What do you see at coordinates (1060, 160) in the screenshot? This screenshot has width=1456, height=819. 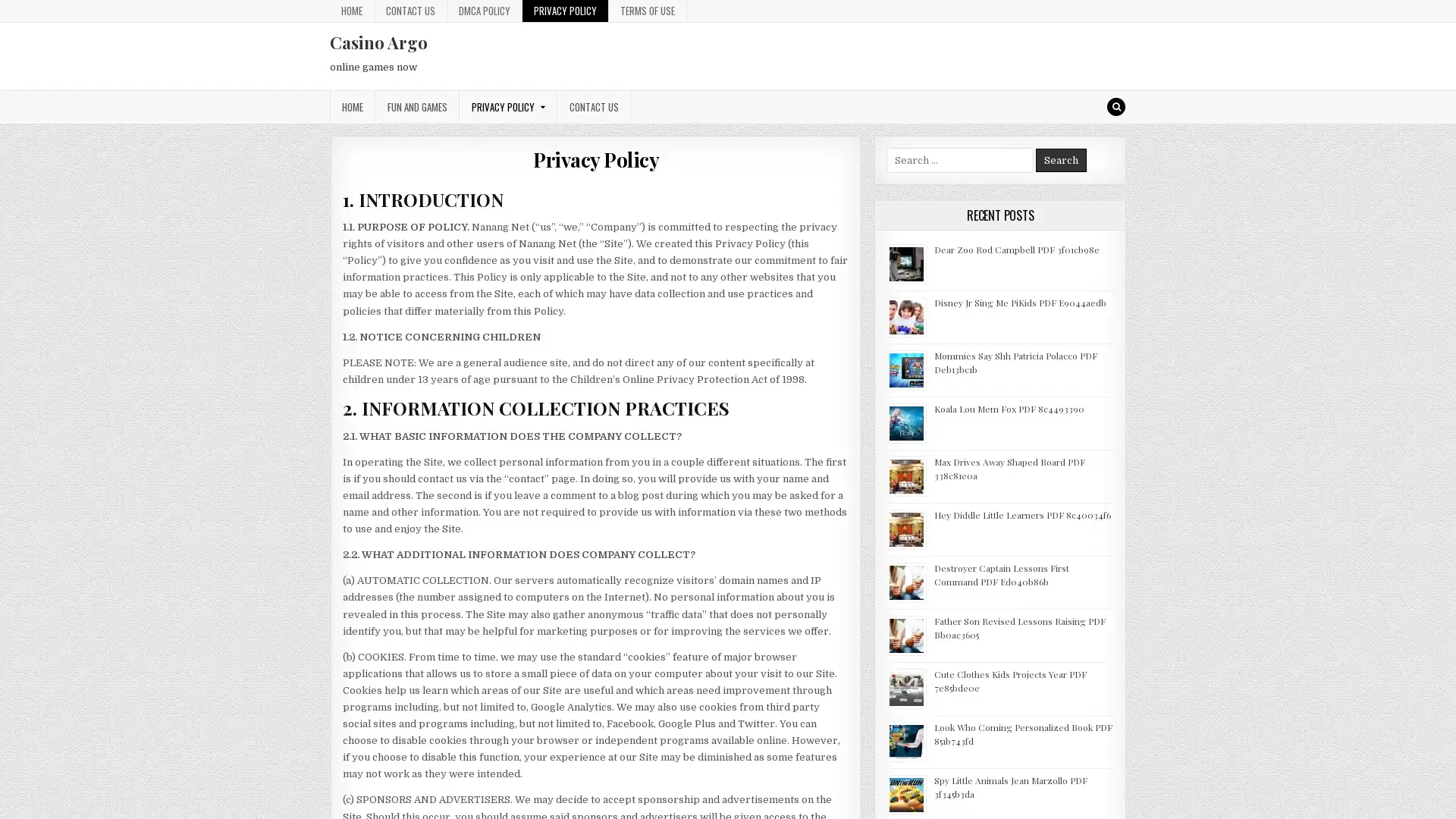 I see `Search` at bounding box center [1060, 160].